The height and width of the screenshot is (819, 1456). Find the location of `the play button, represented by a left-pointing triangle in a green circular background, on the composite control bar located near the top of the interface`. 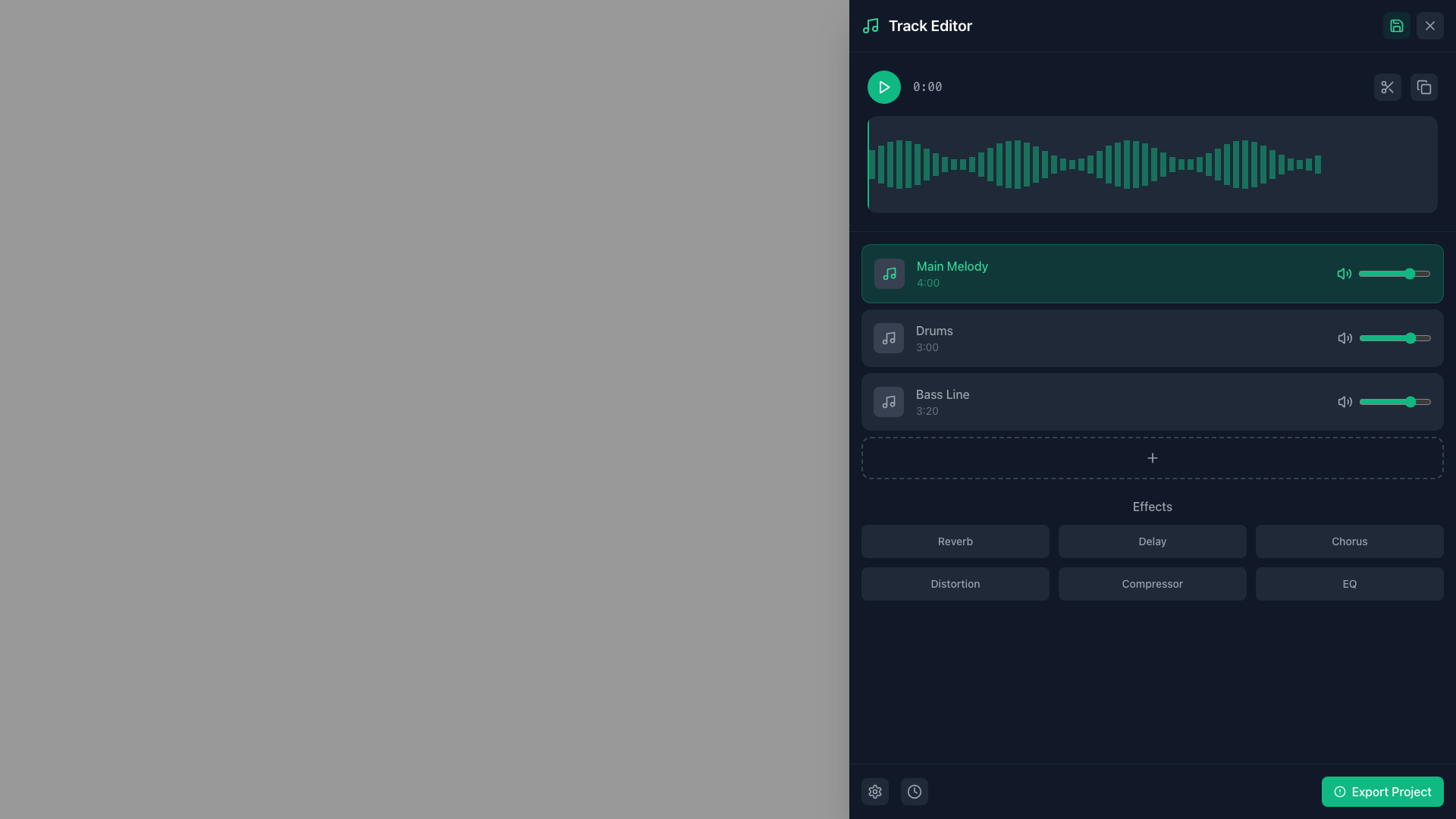

the play button, represented by a left-pointing triangle in a green circular background, on the composite control bar located near the top of the interface is located at coordinates (1153, 87).